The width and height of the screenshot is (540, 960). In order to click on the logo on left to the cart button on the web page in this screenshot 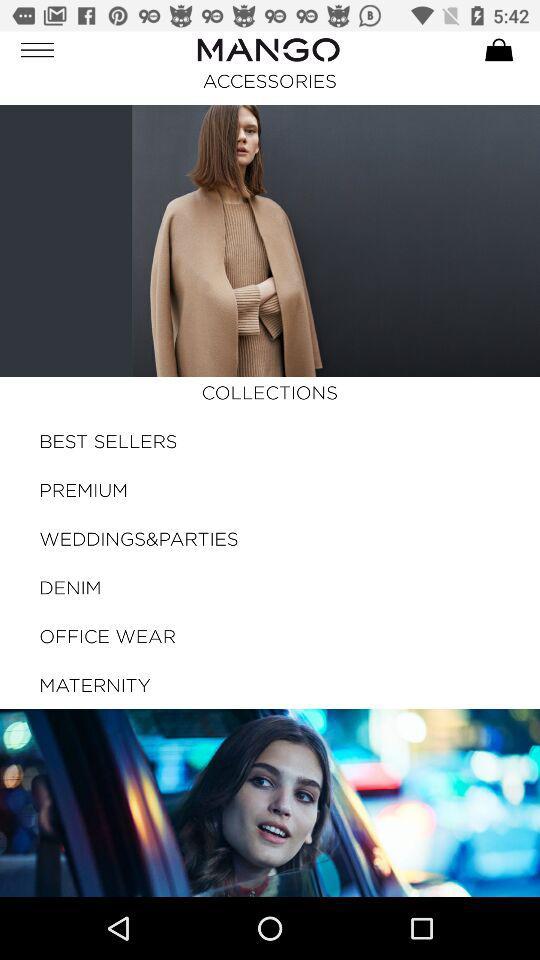, I will do `click(268, 49)`.